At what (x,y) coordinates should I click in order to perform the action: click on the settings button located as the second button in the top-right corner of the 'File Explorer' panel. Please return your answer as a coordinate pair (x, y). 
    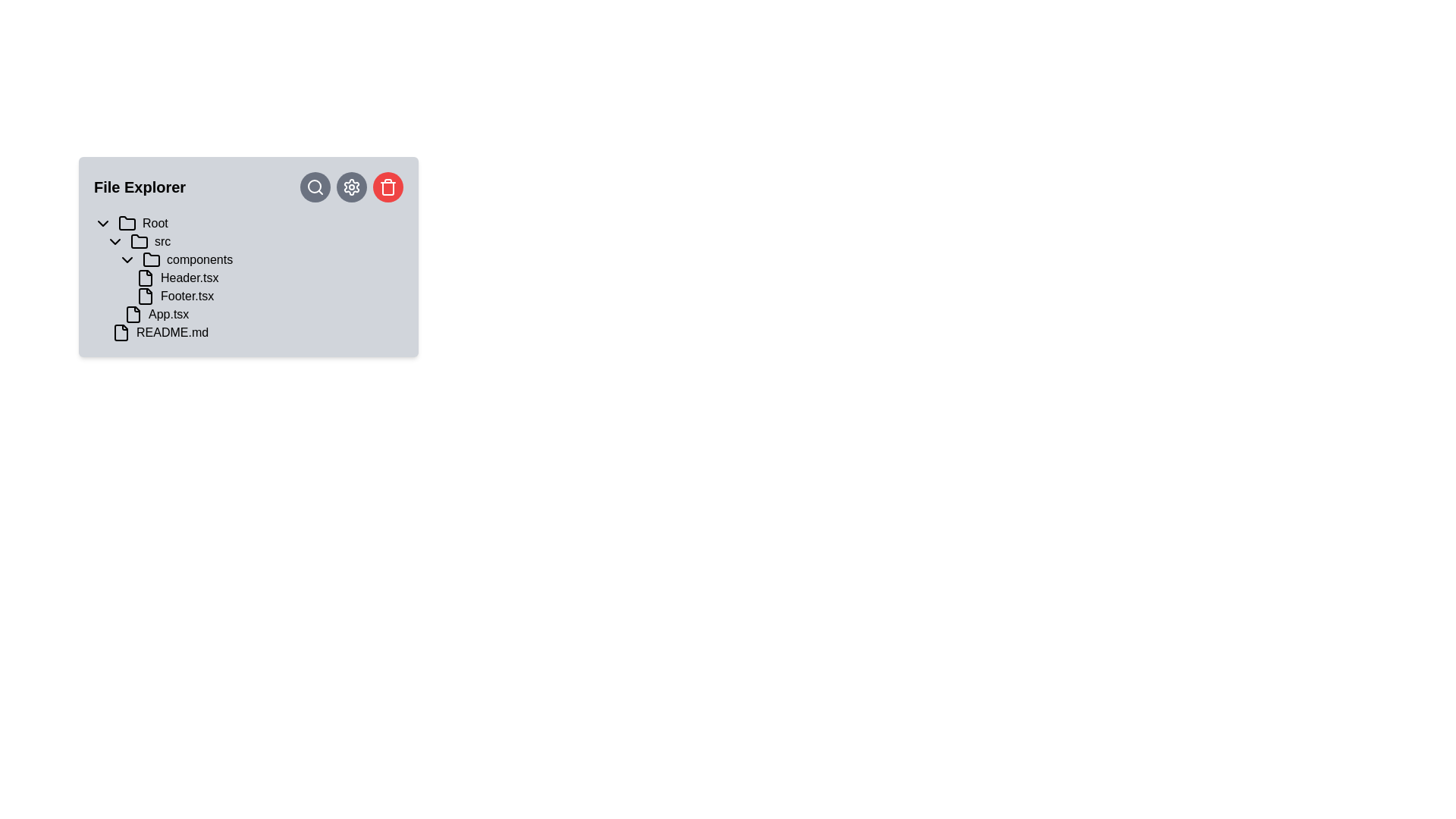
    Looking at the image, I should click on (351, 186).